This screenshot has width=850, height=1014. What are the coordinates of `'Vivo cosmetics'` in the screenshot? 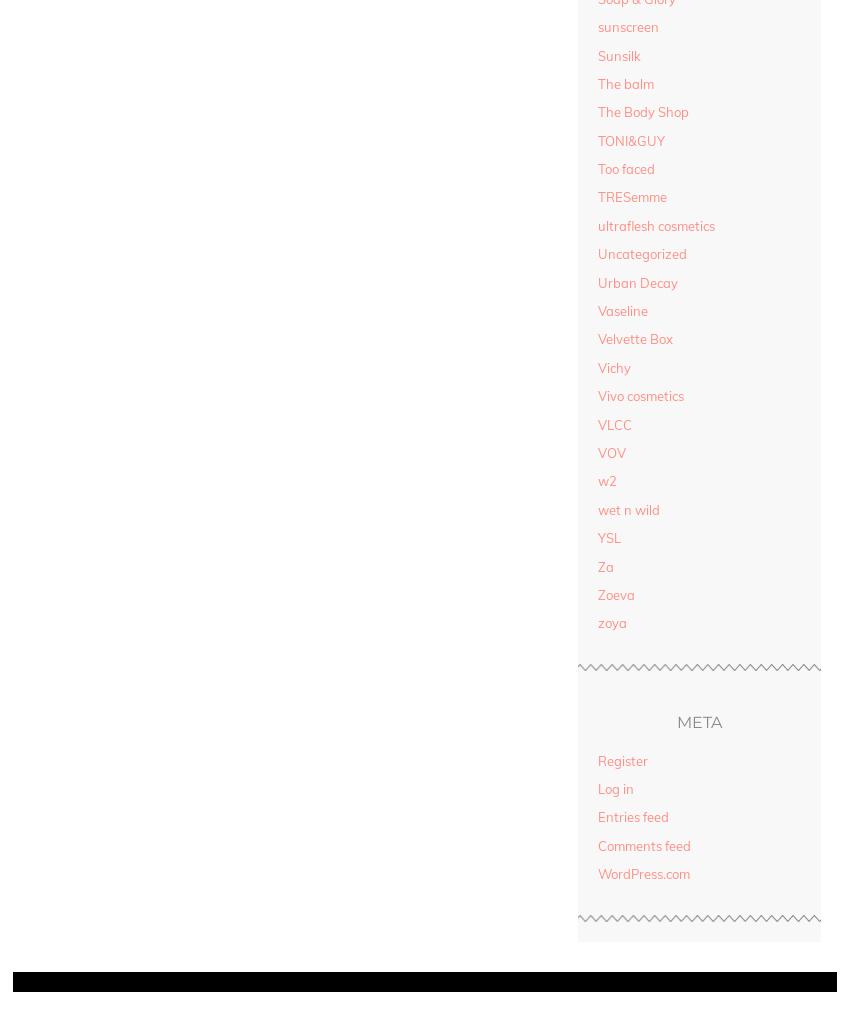 It's located at (596, 394).